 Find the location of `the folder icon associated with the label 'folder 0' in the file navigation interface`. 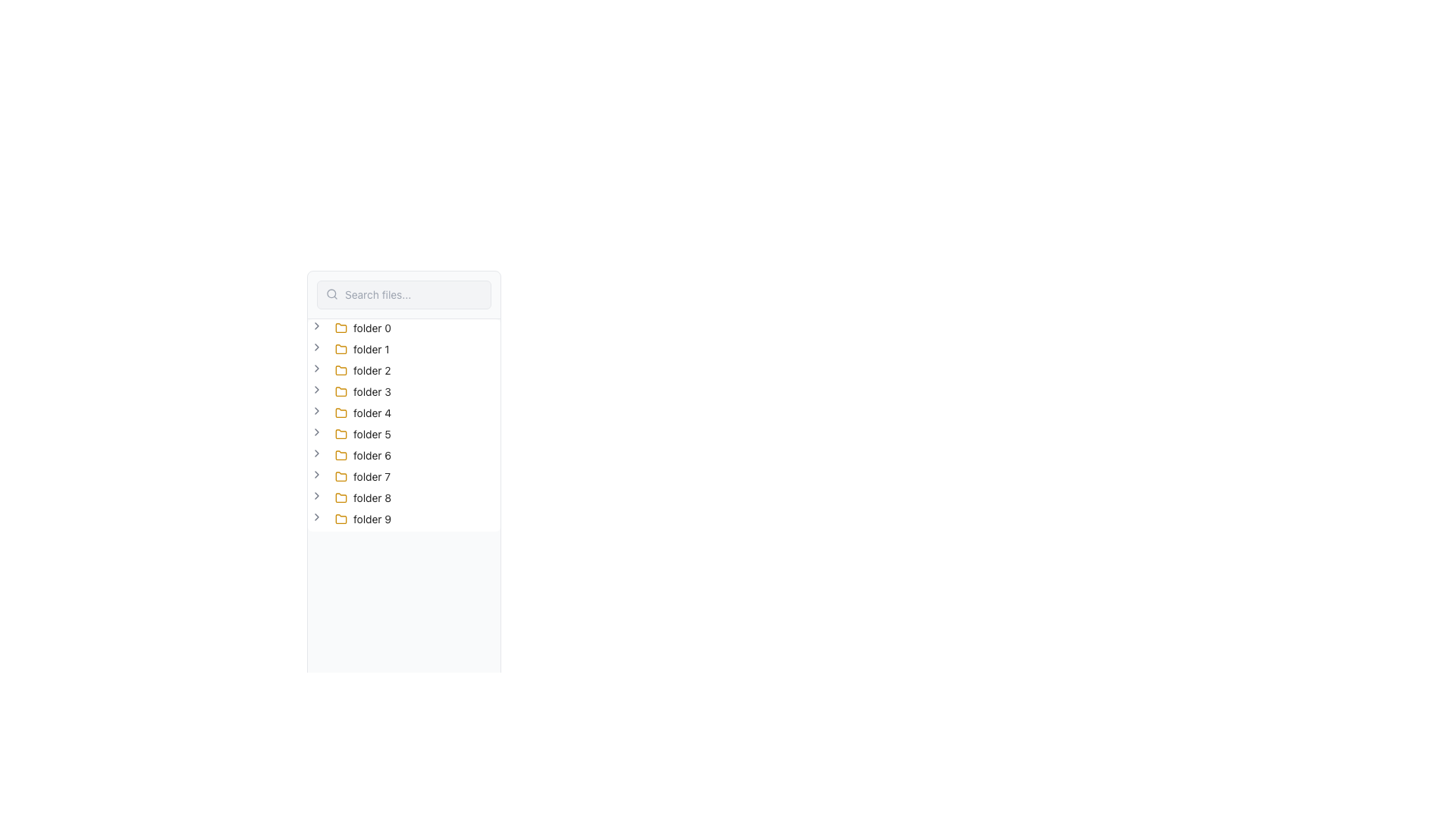

the folder icon associated with the label 'folder 0' in the file navigation interface is located at coordinates (340, 327).